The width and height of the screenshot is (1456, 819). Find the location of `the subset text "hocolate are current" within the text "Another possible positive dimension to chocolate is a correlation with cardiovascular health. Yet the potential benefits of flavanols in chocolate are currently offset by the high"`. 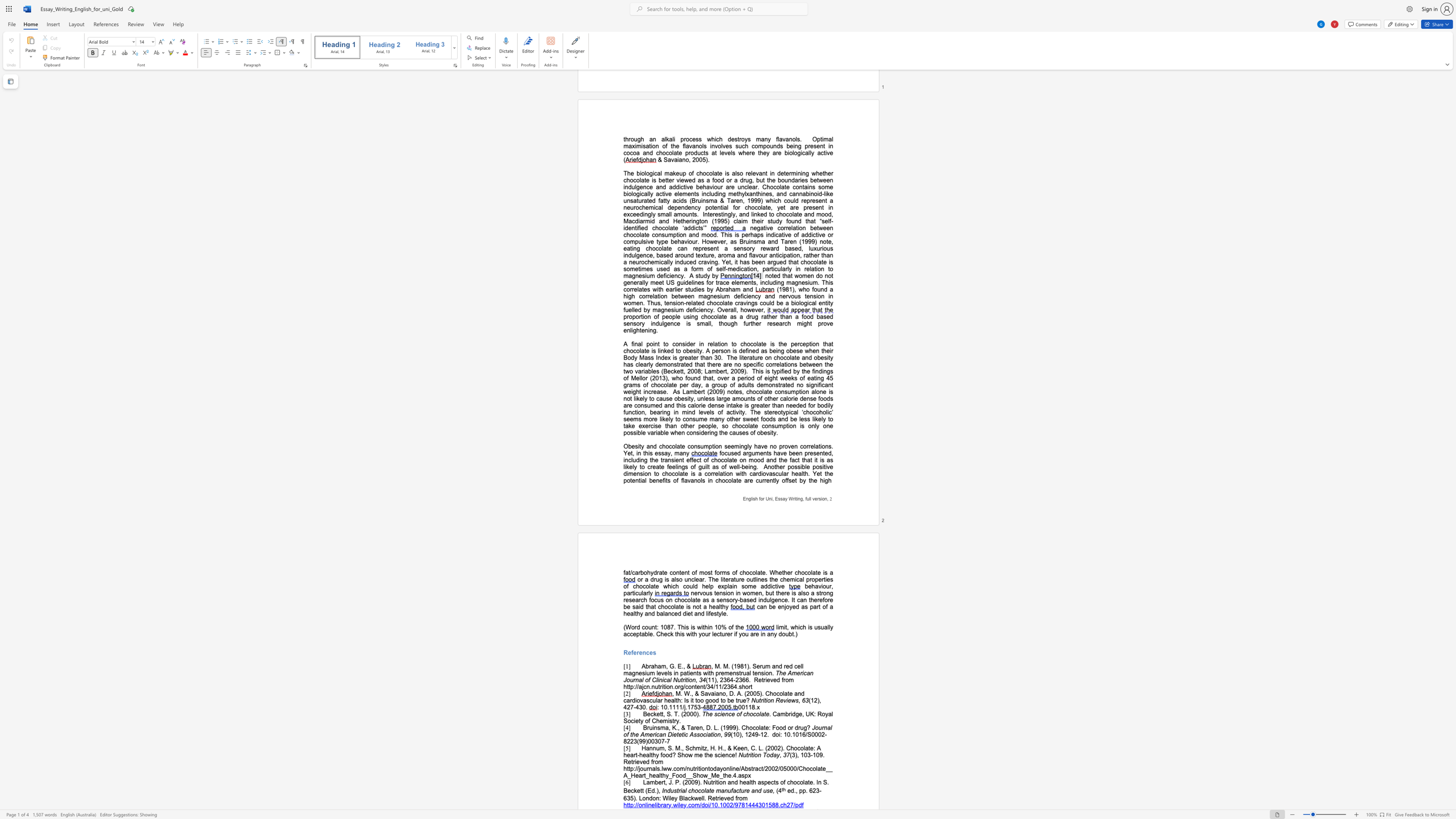

the subset text "hocolate are current" within the text "Another possible positive dimension to chocolate is a correlation with cardiovascular health. Yet the potential benefits of flavanols in chocolate are currently offset by the high" is located at coordinates (718, 480).